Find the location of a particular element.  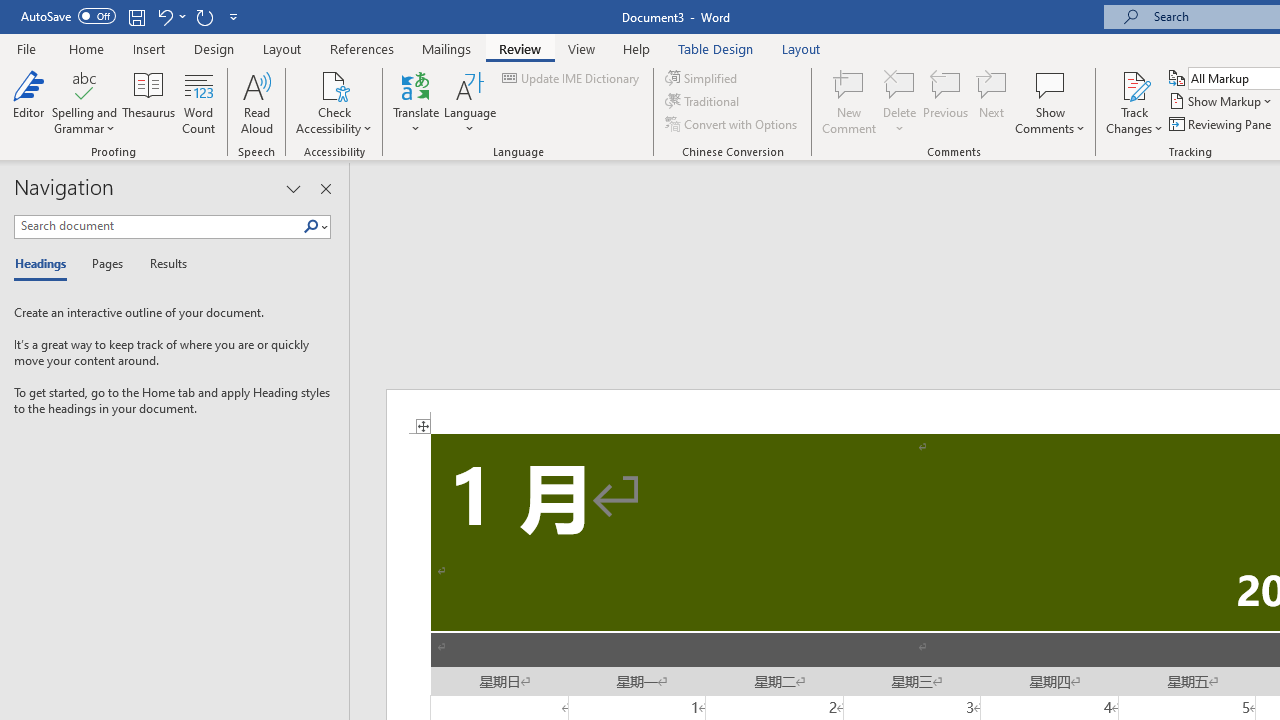

'Spelling and Grammar' is located at coordinates (84, 84).